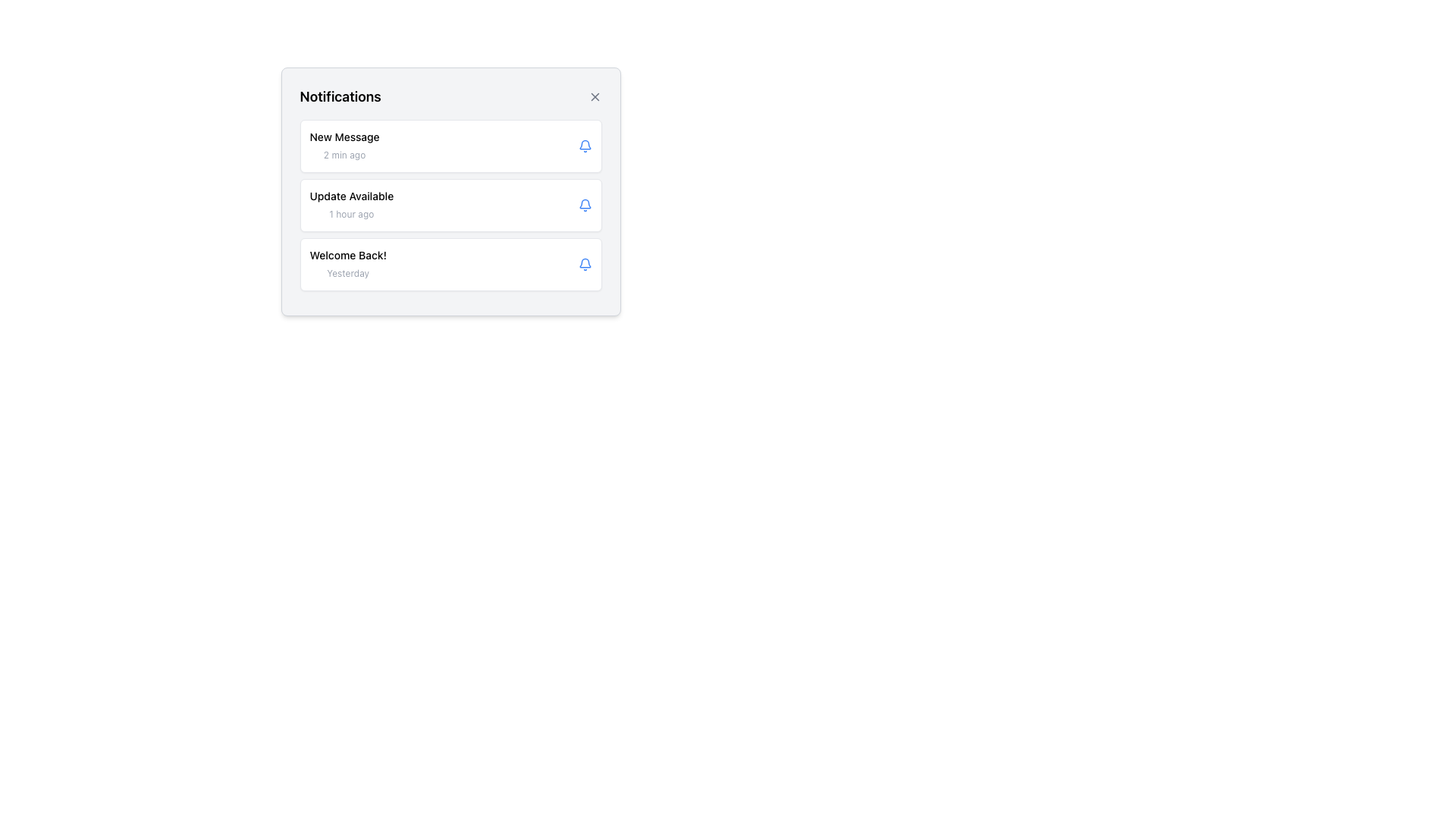 This screenshot has width=1456, height=819. What do you see at coordinates (347, 273) in the screenshot?
I see `the text label displaying 'Yesterday' located beneath the title 'Welcome Back!' in the notification card` at bounding box center [347, 273].